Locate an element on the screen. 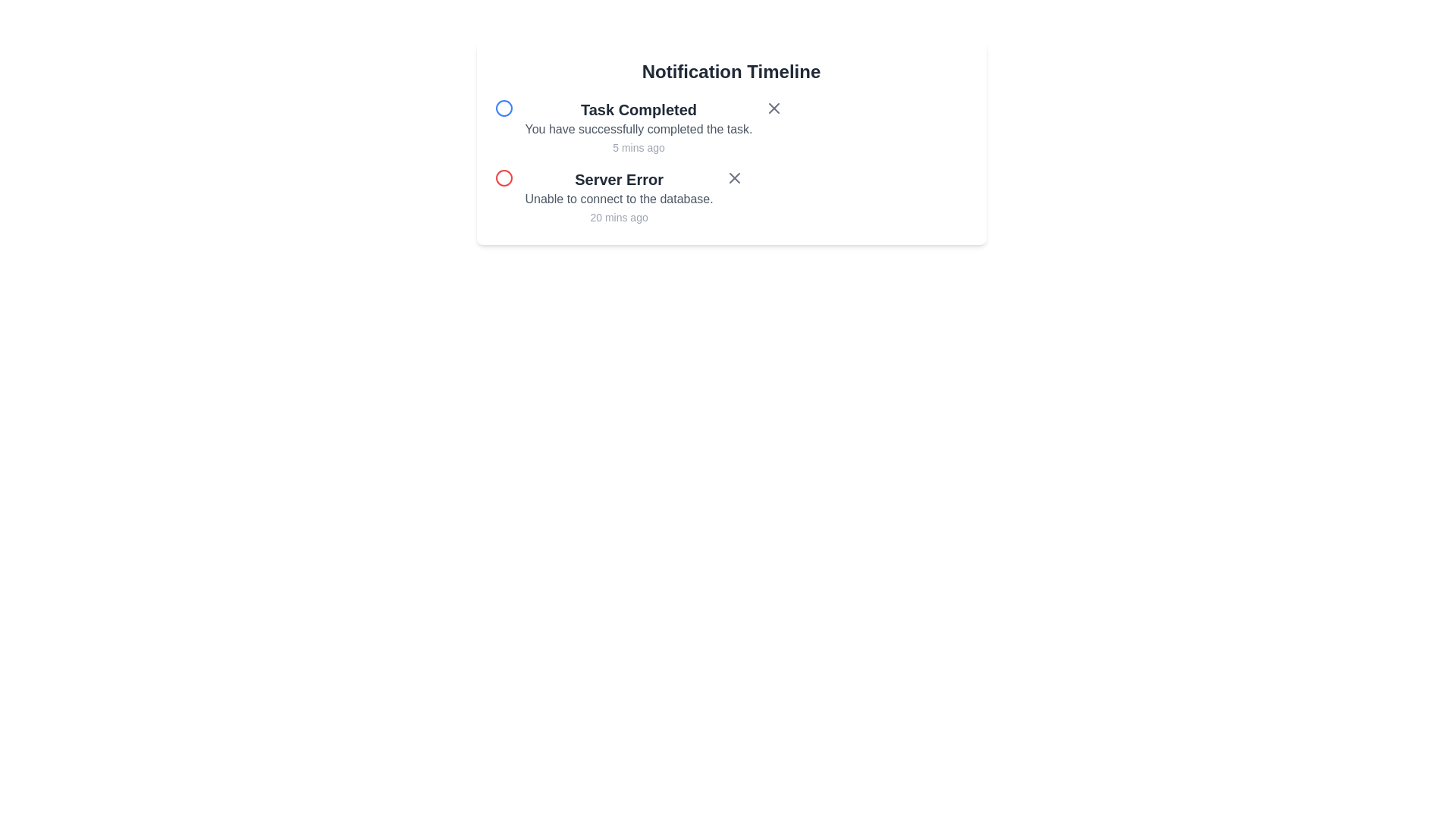  the alert titled 'Server Error' to read its details is located at coordinates (619, 178).